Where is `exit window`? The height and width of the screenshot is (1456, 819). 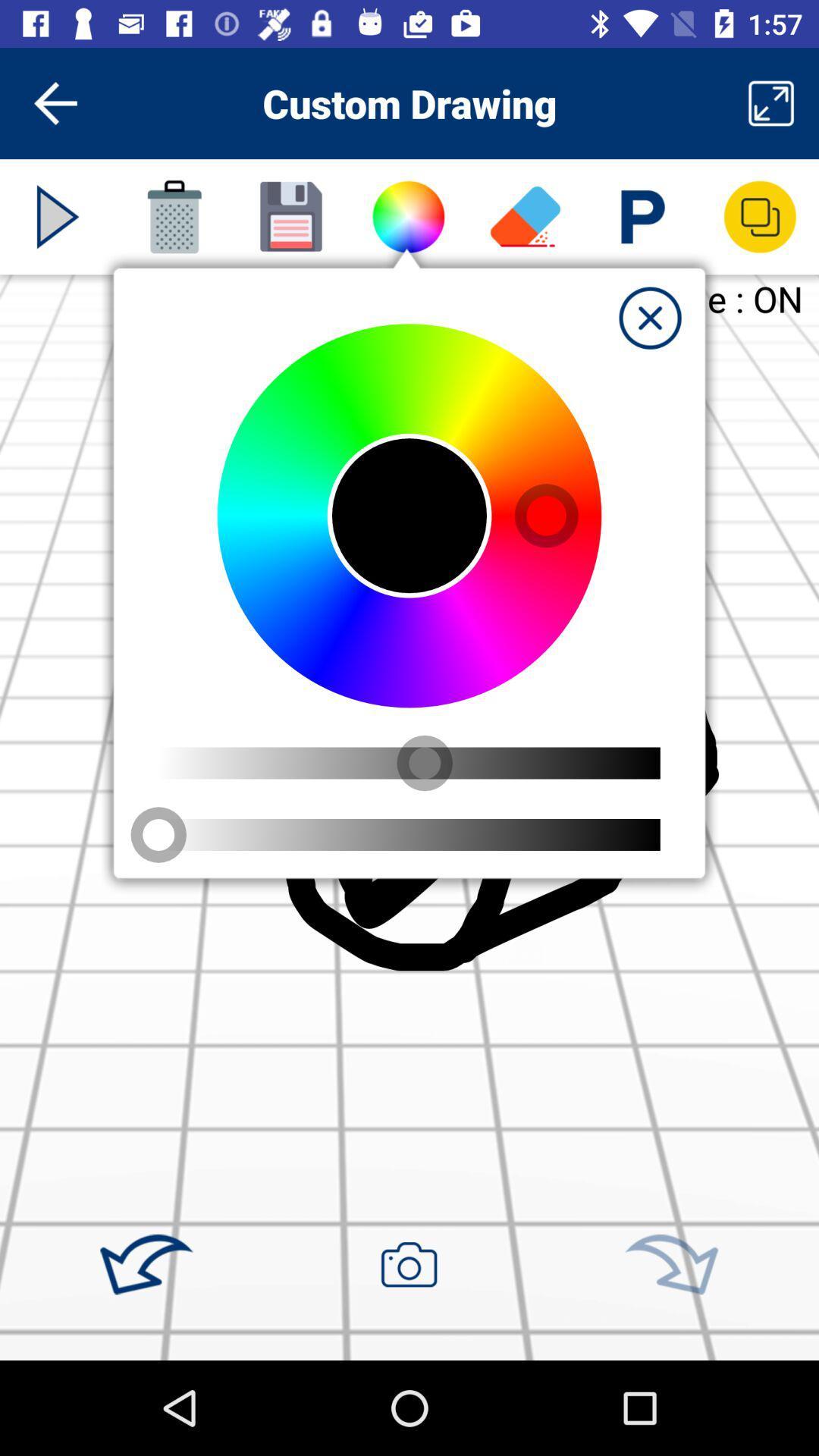
exit window is located at coordinates (649, 317).